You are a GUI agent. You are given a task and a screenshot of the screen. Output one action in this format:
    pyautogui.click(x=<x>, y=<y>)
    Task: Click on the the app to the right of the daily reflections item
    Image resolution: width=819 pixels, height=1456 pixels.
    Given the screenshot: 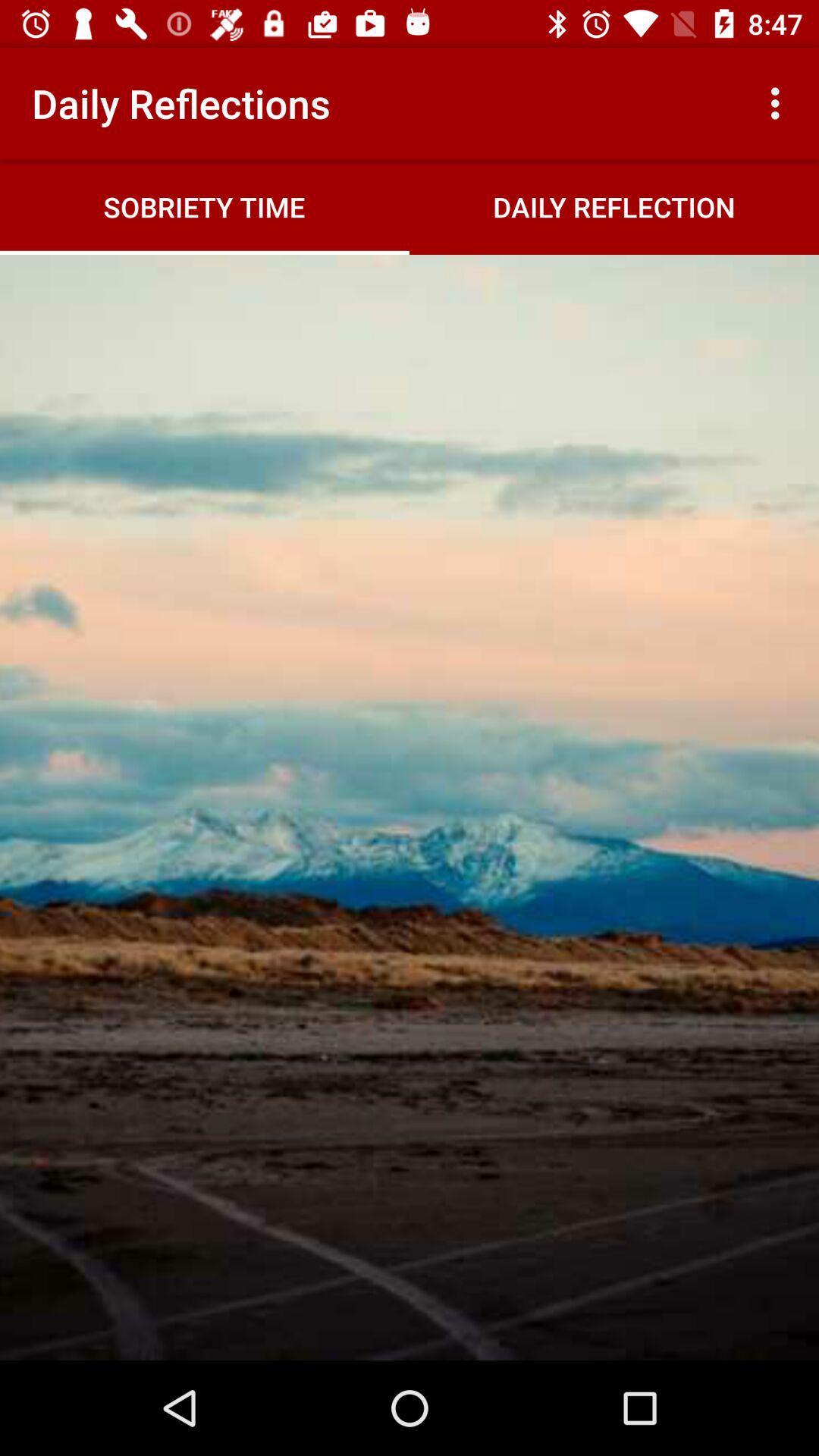 What is the action you would take?
    pyautogui.click(x=779, y=102)
    